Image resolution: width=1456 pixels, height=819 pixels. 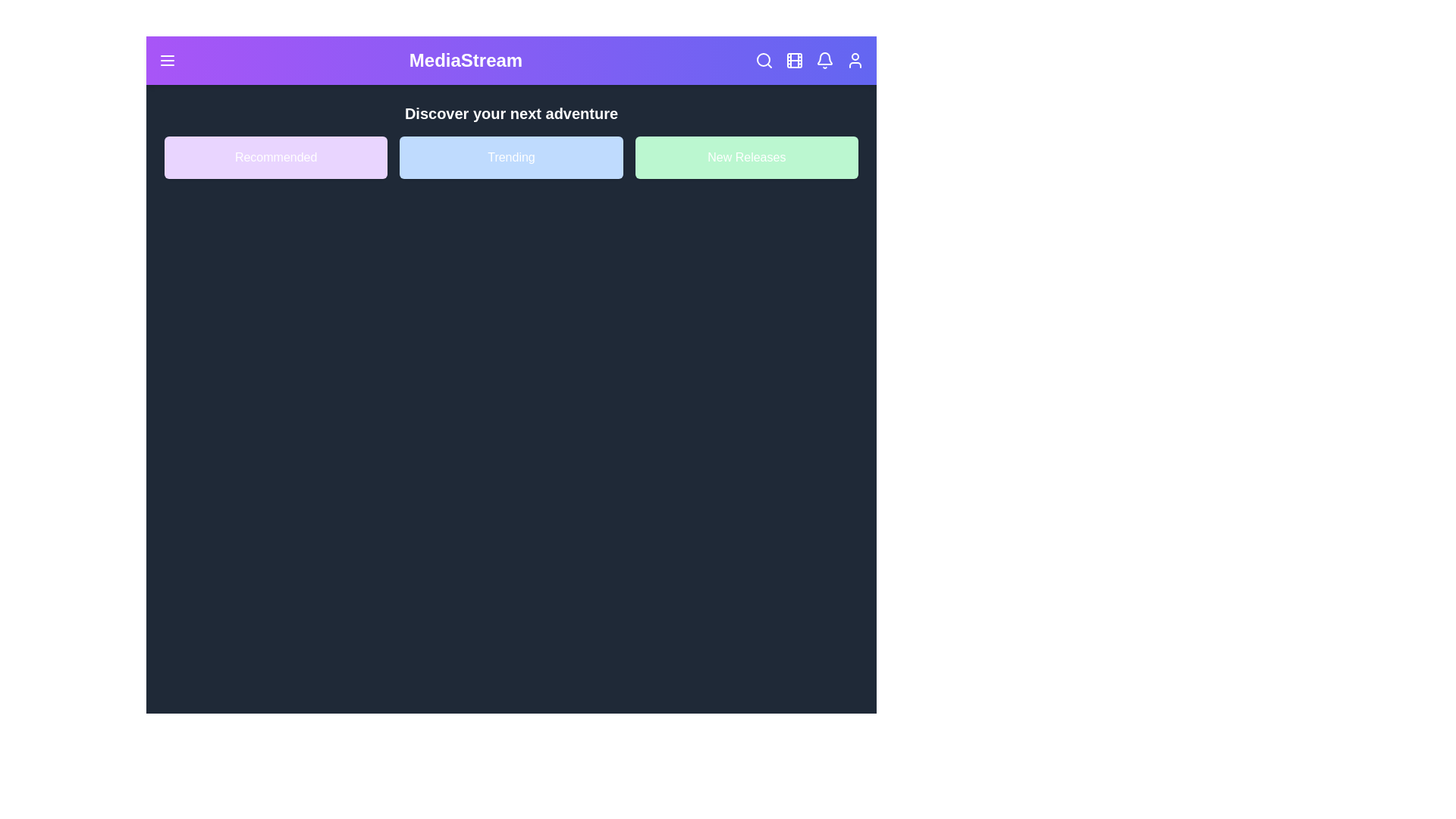 What do you see at coordinates (511, 60) in the screenshot?
I see `the header gradient to explore its visual design` at bounding box center [511, 60].